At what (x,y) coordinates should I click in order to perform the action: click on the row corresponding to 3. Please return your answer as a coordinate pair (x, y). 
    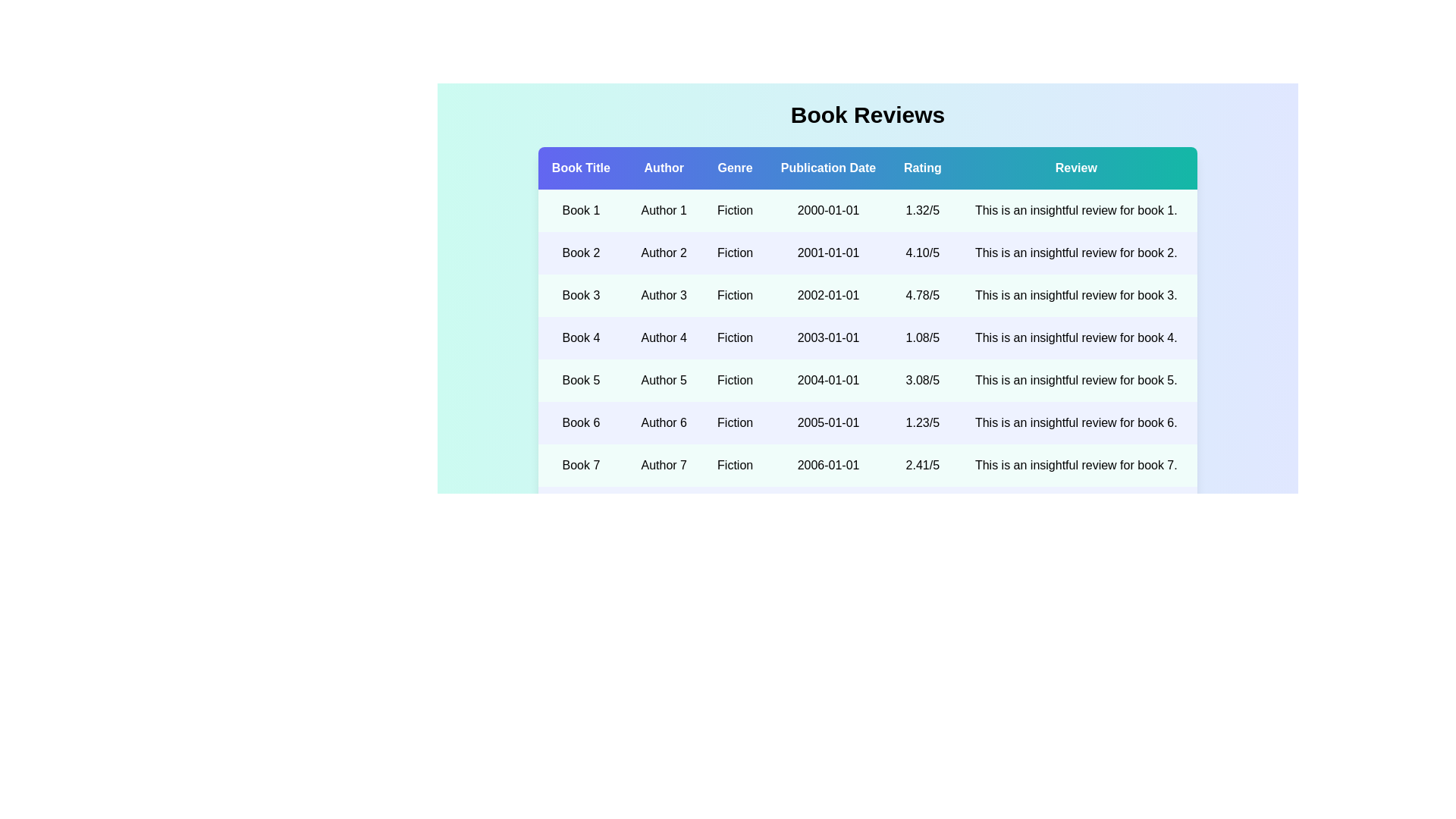
    Looking at the image, I should click on (868, 295).